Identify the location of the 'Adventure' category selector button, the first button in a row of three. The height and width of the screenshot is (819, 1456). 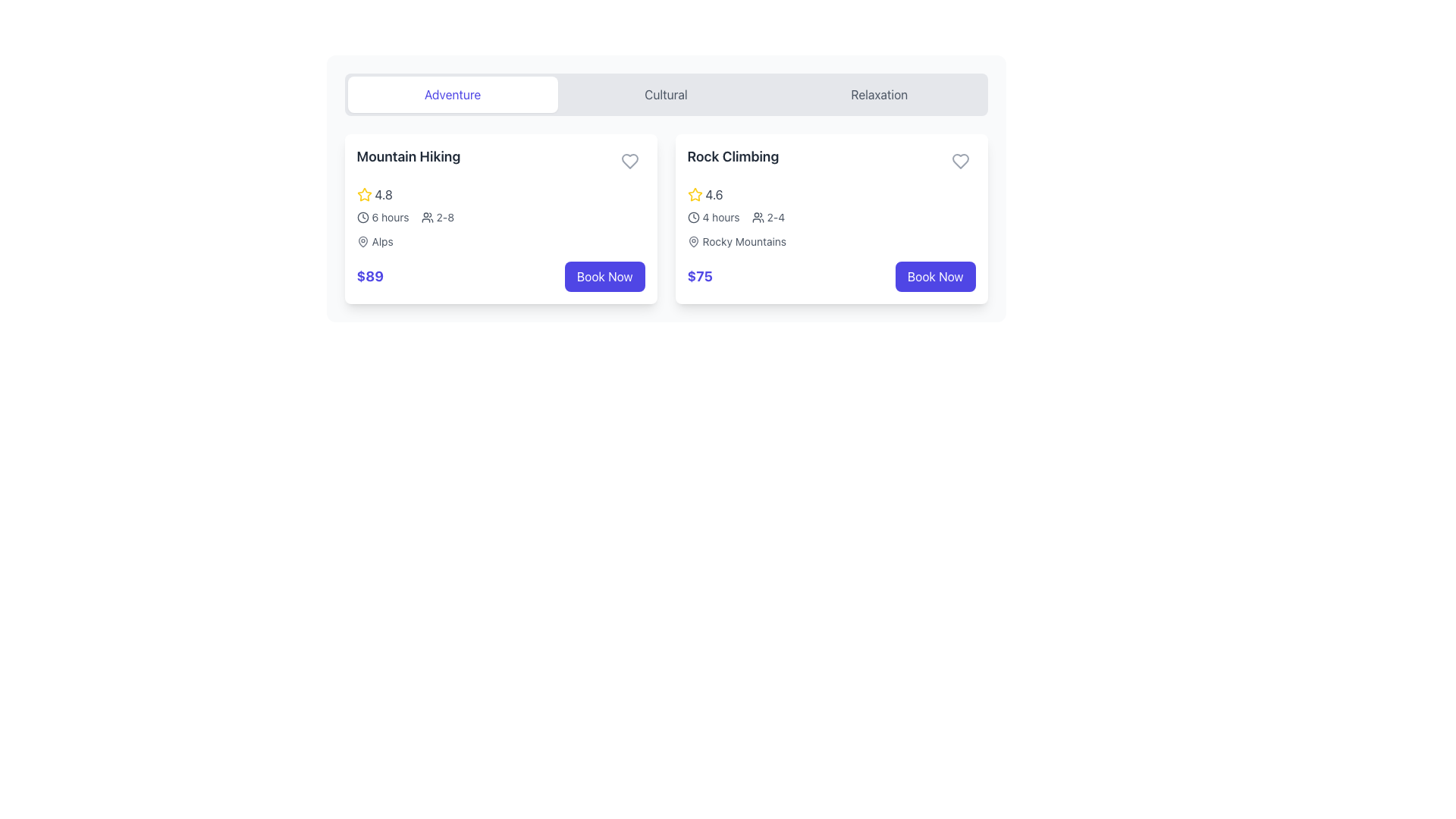
(452, 94).